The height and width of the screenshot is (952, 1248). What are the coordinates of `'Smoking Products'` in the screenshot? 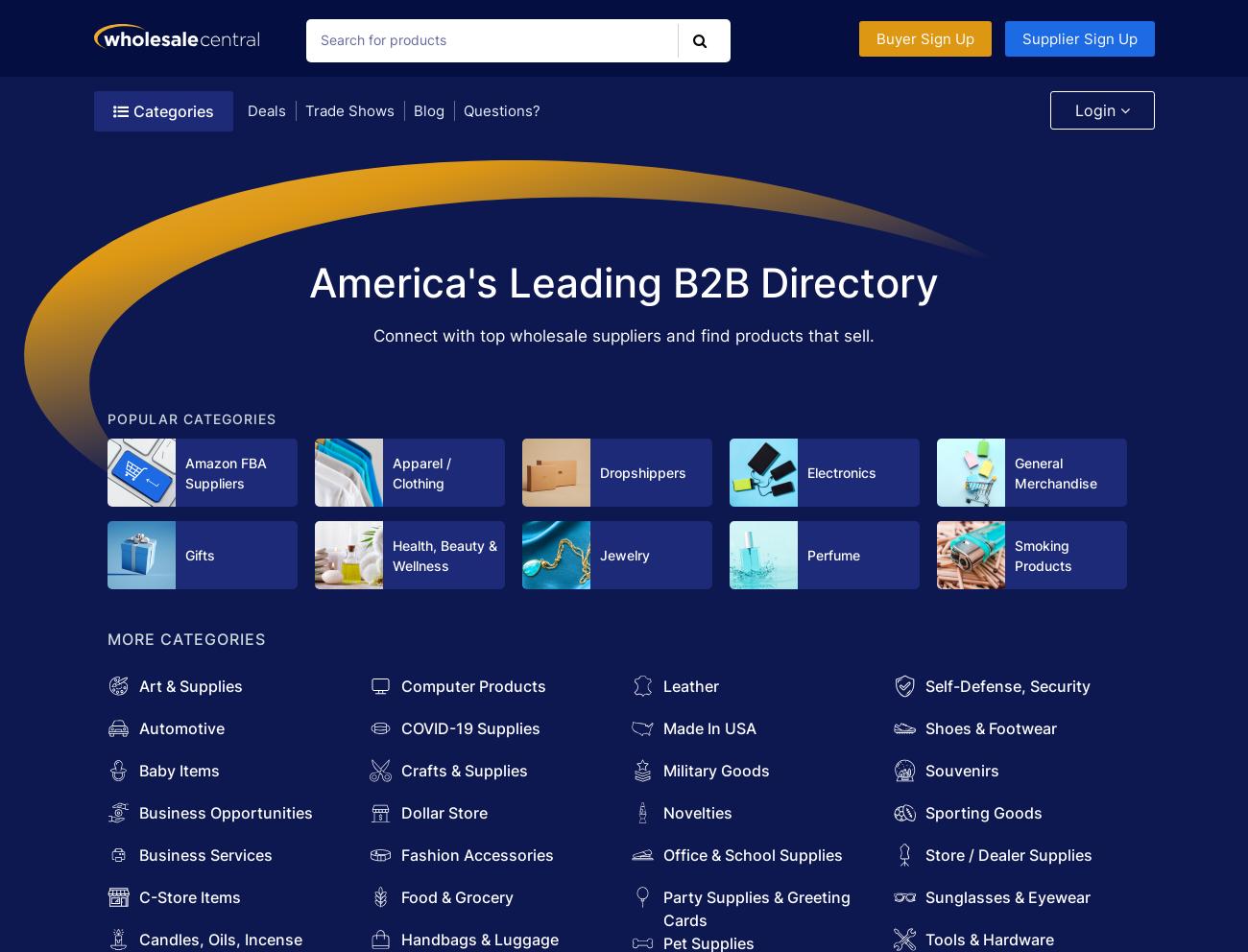 It's located at (1043, 555).